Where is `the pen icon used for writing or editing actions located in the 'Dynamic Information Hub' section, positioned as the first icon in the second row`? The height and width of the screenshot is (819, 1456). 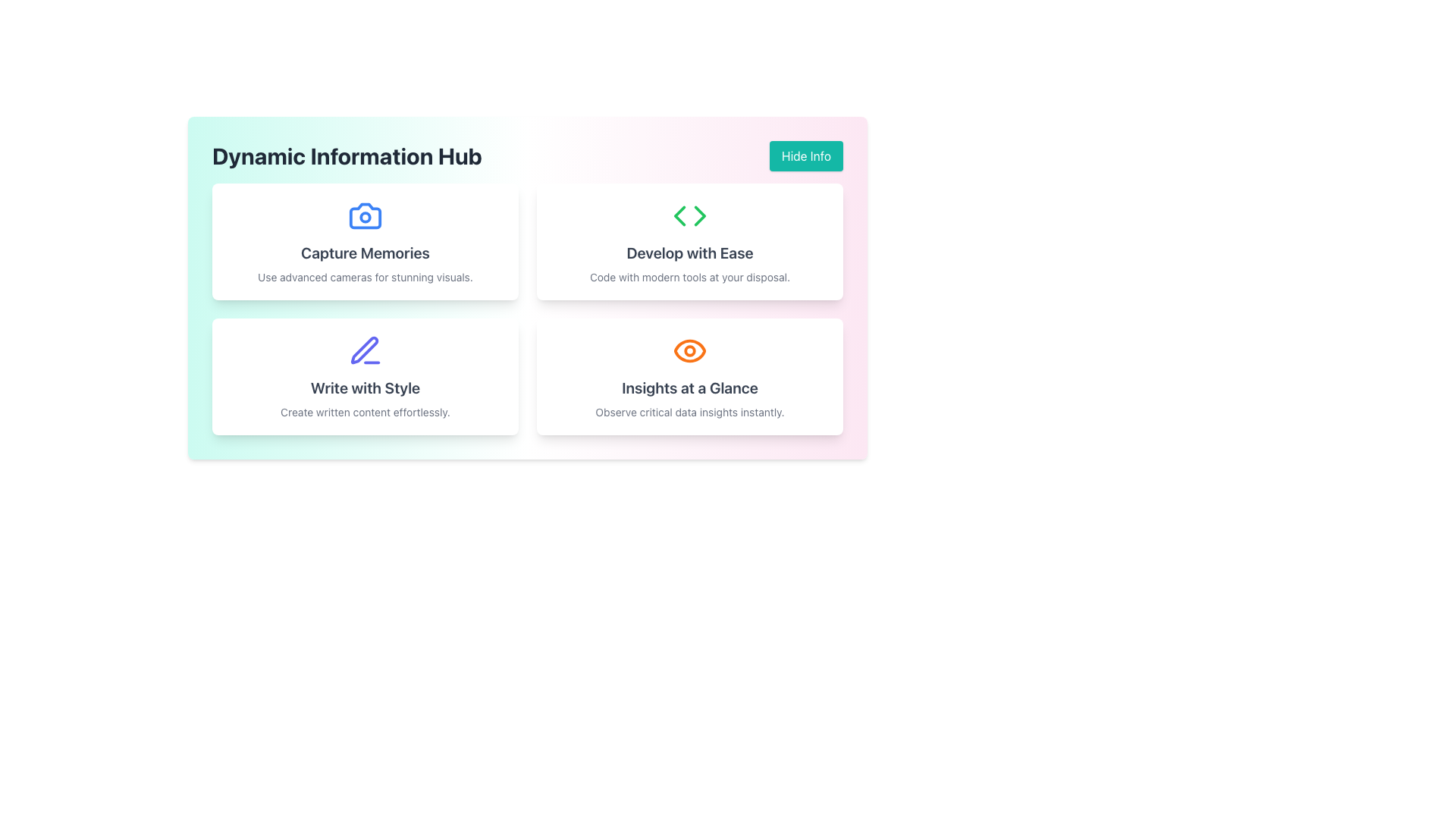
the pen icon used for writing or editing actions located in the 'Dynamic Information Hub' section, positioned as the first icon in the second row is located at coordinates (365, 350).